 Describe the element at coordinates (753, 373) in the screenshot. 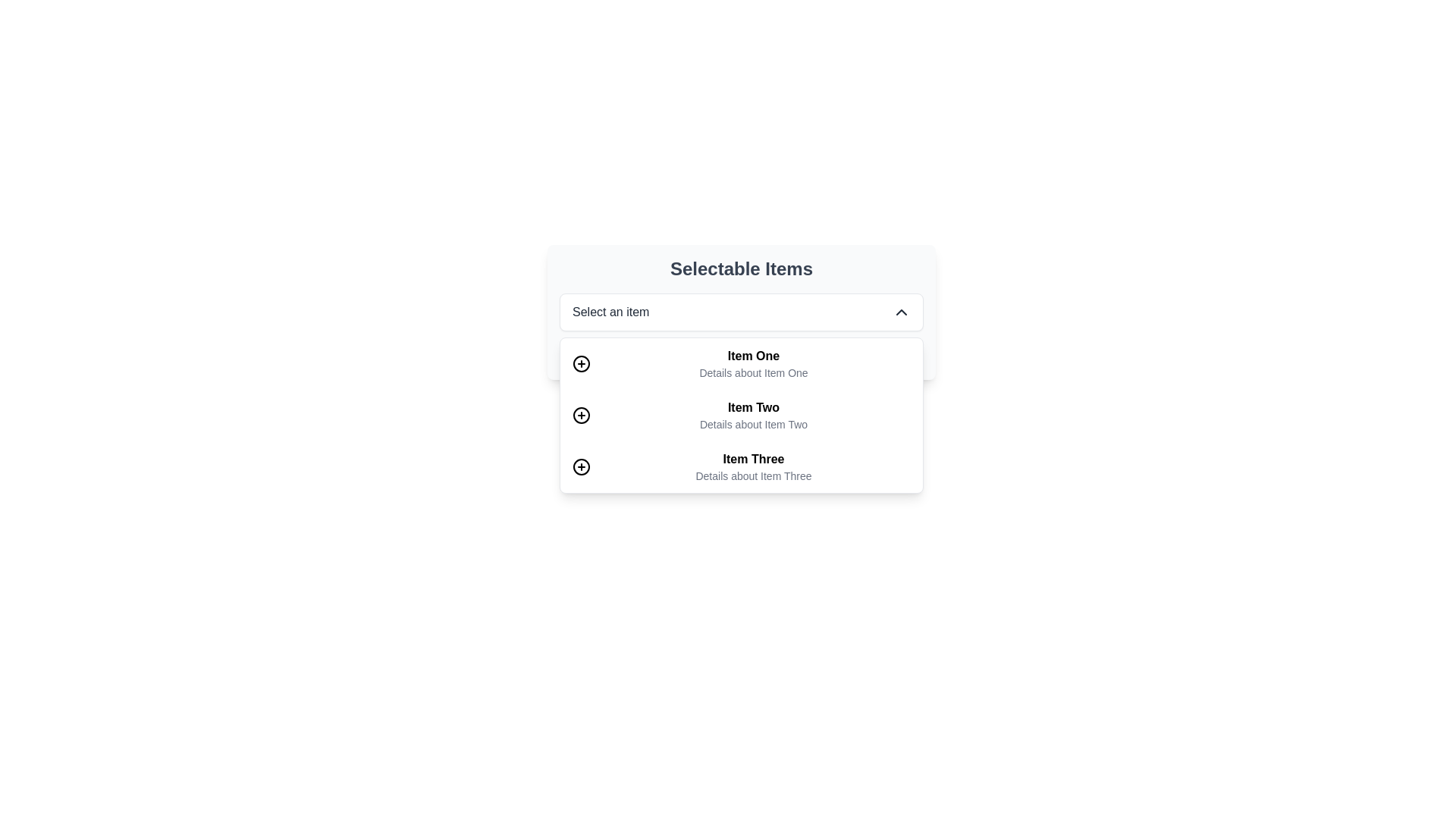

I see `the additional descriptive text for 'Item One' located below the header 'Selectable Items.'` at that location.